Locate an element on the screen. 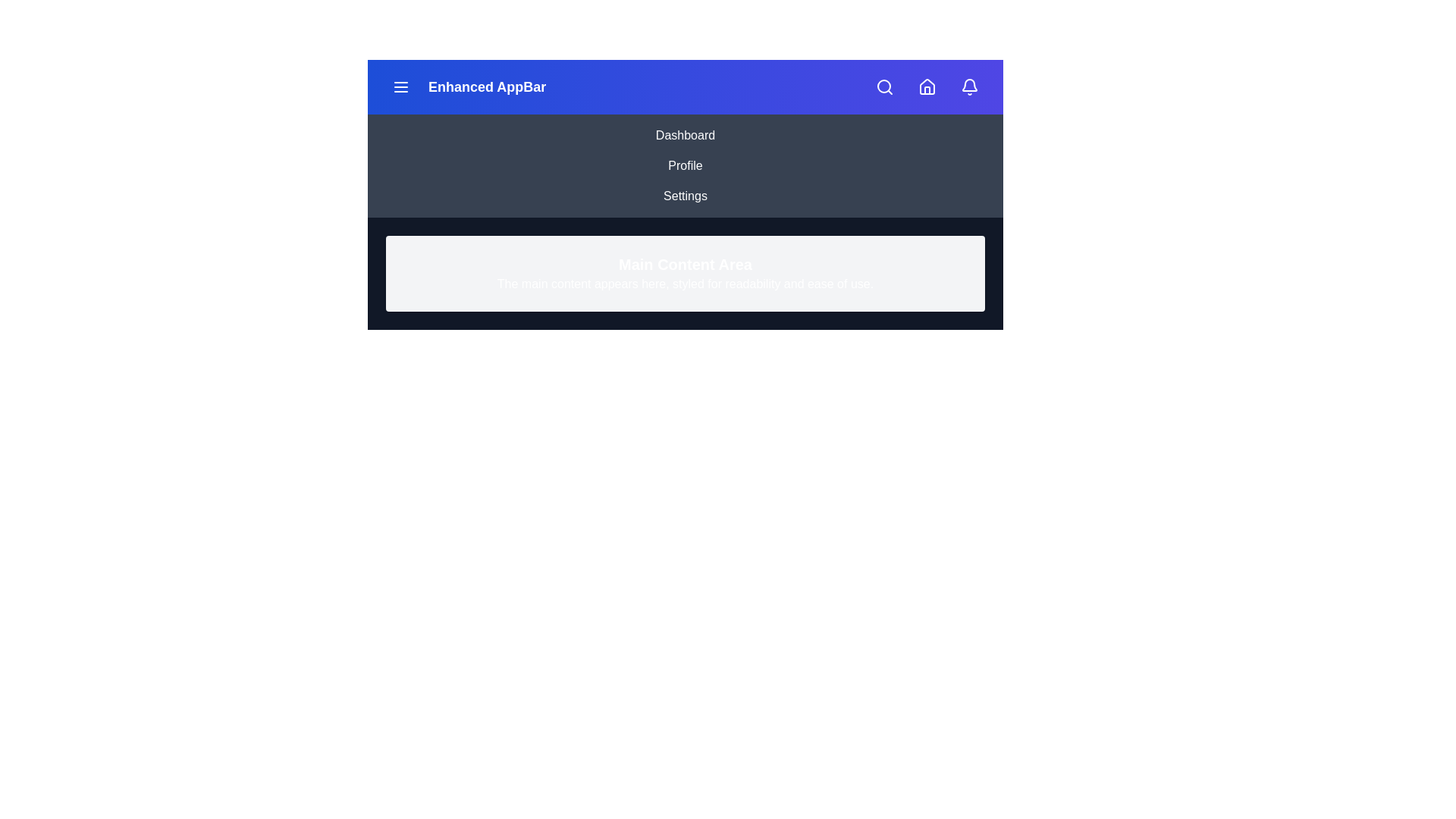 Image resolution: width=1456 pixels, height=819 pixels. the Profile navigation link to navigate to the corresponding section is located at coordinates (684, 166).